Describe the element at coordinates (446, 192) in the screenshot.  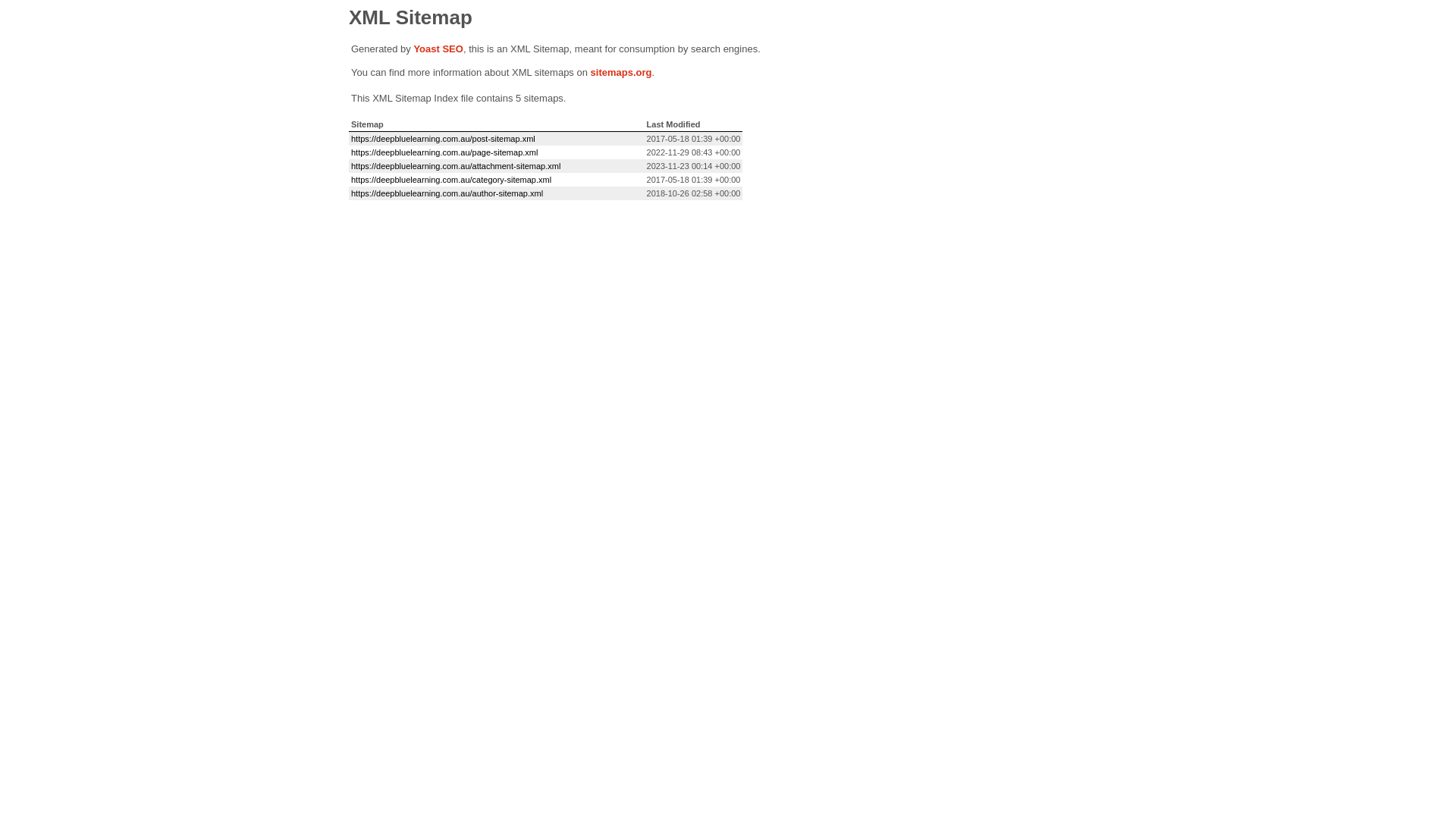
I see `'https://deepbluelearning.com.au/author-sitemap.xml'` at that location.